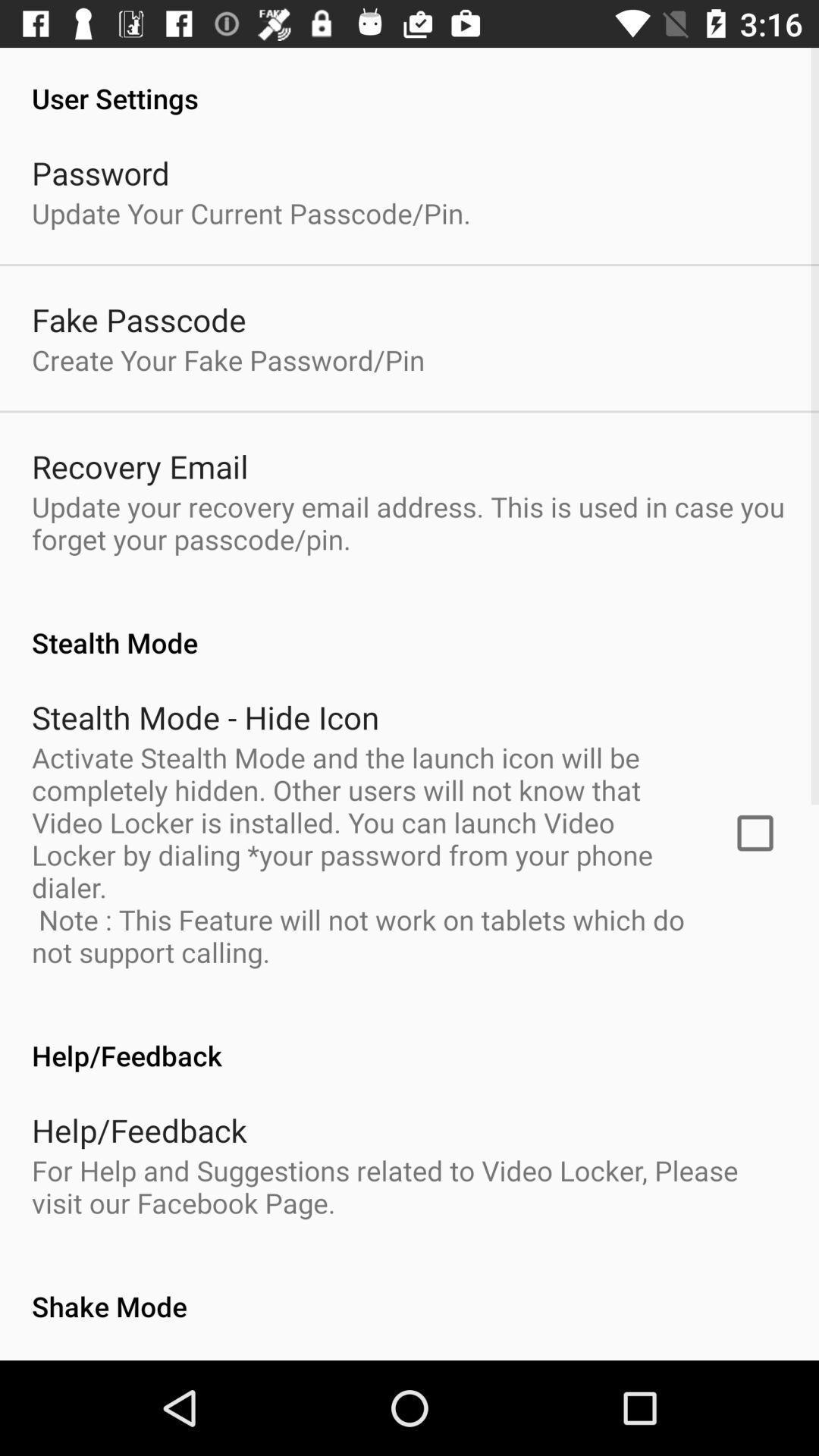  Describe the element at coordinates (409, 1185) in the screenshot. I see `the for help and item` at that location.